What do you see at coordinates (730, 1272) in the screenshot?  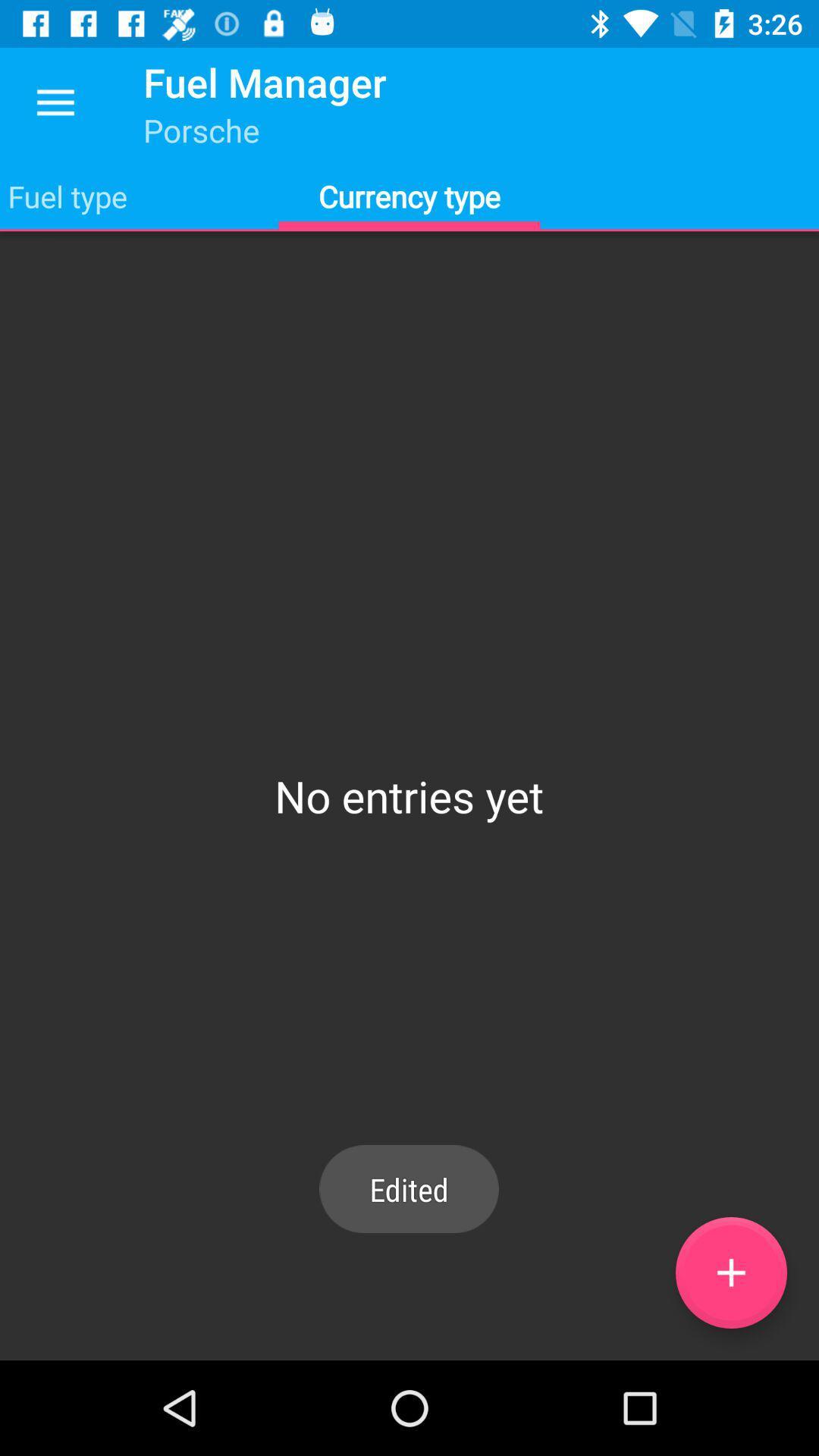 I see `currency type` at bounding box center [730, 1272].